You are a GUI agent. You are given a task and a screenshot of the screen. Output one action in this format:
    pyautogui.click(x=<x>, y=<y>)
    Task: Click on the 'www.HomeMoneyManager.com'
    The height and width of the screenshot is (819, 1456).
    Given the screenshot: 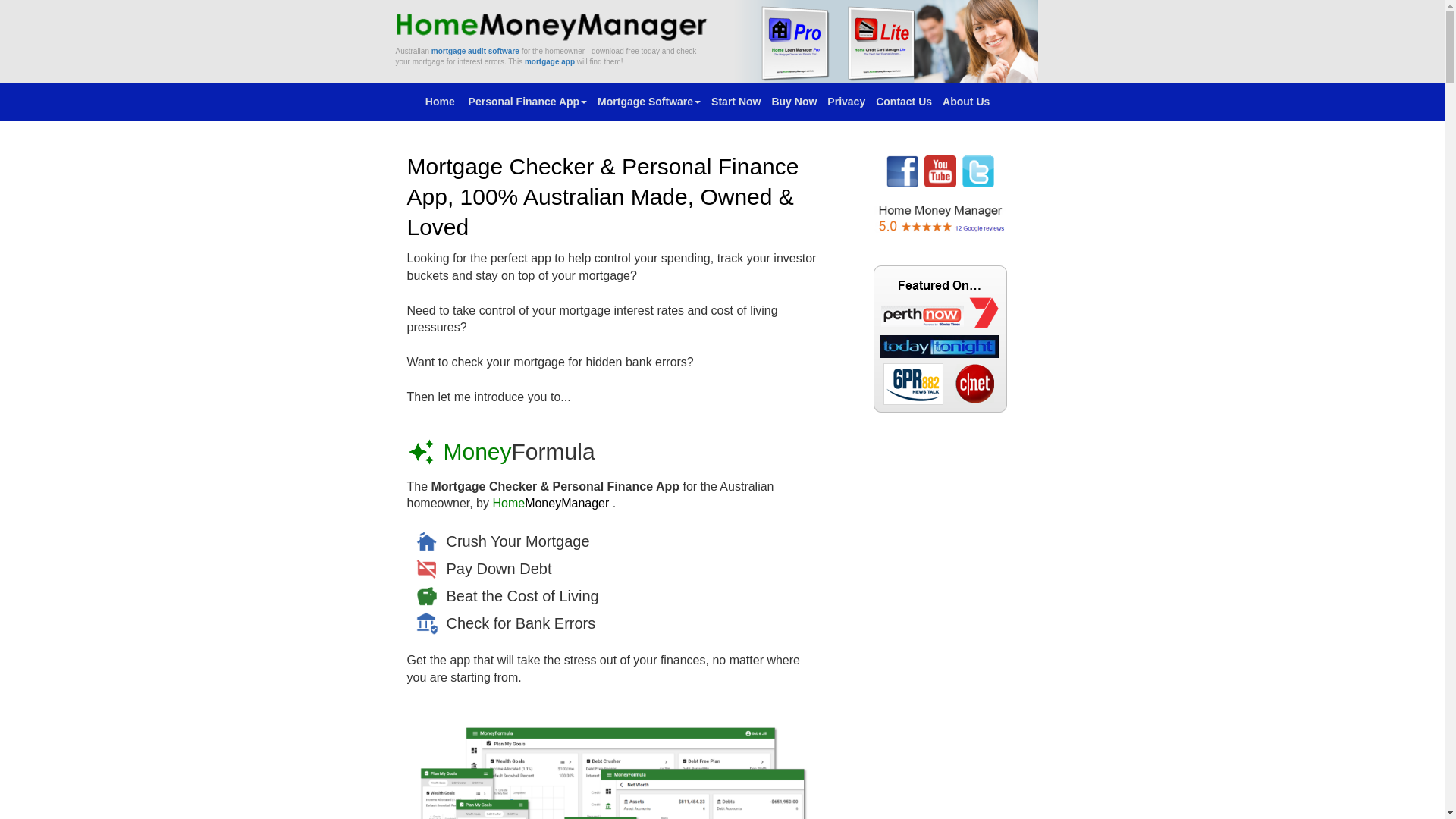 What is the action you would take?
    pyautogui.click(x=552, y=25)
    